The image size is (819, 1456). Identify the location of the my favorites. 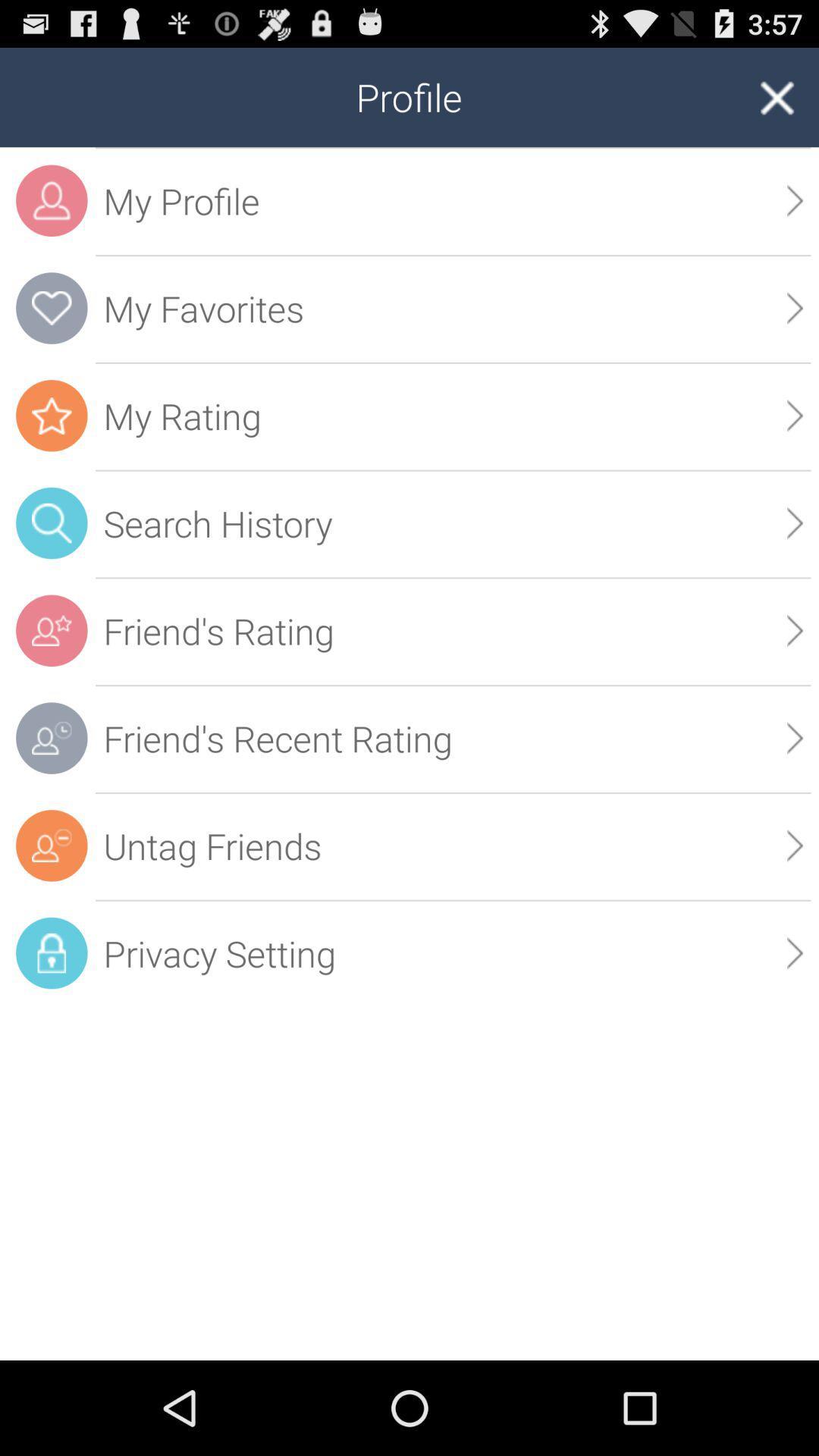
(452, 307).